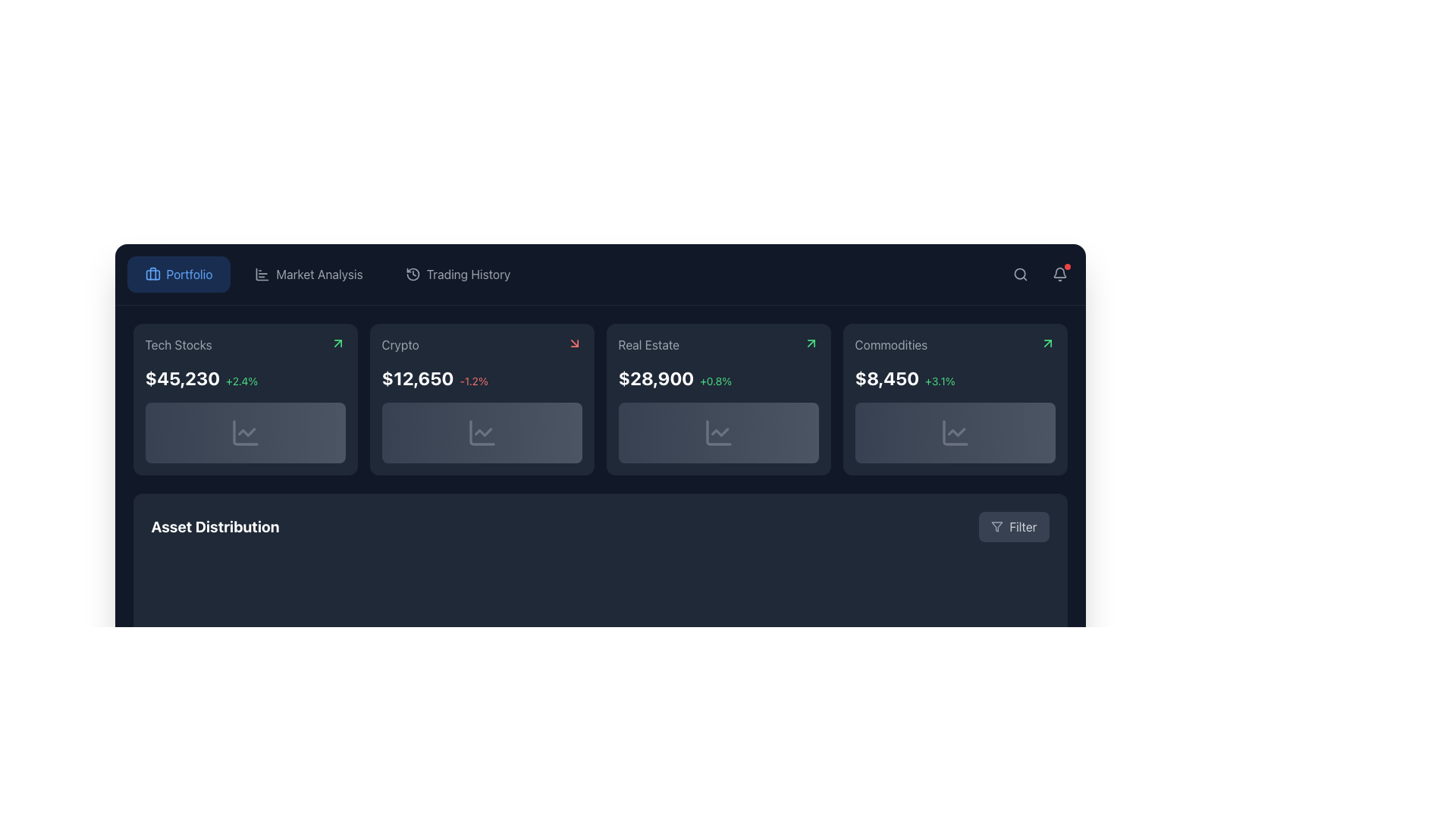  Describe the element at coordinates (481, 432) in the screenshot. I see `the graphical icon representing the trend of the Crypto financial category, located at the bottom center of the second card from the left` at that location.